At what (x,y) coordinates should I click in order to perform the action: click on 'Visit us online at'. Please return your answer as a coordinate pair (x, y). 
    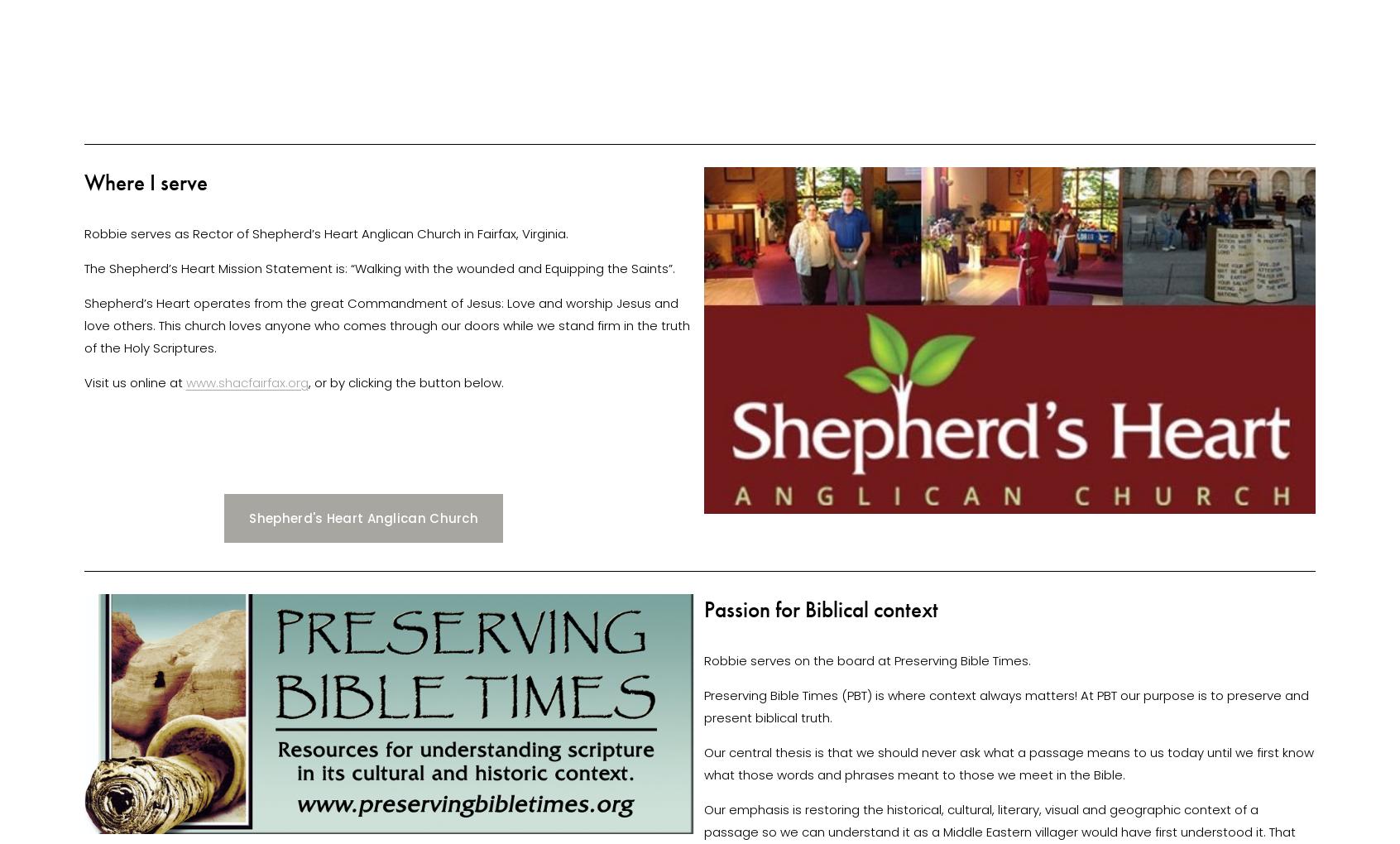
    Looking at the image, I should click on (84, 381).